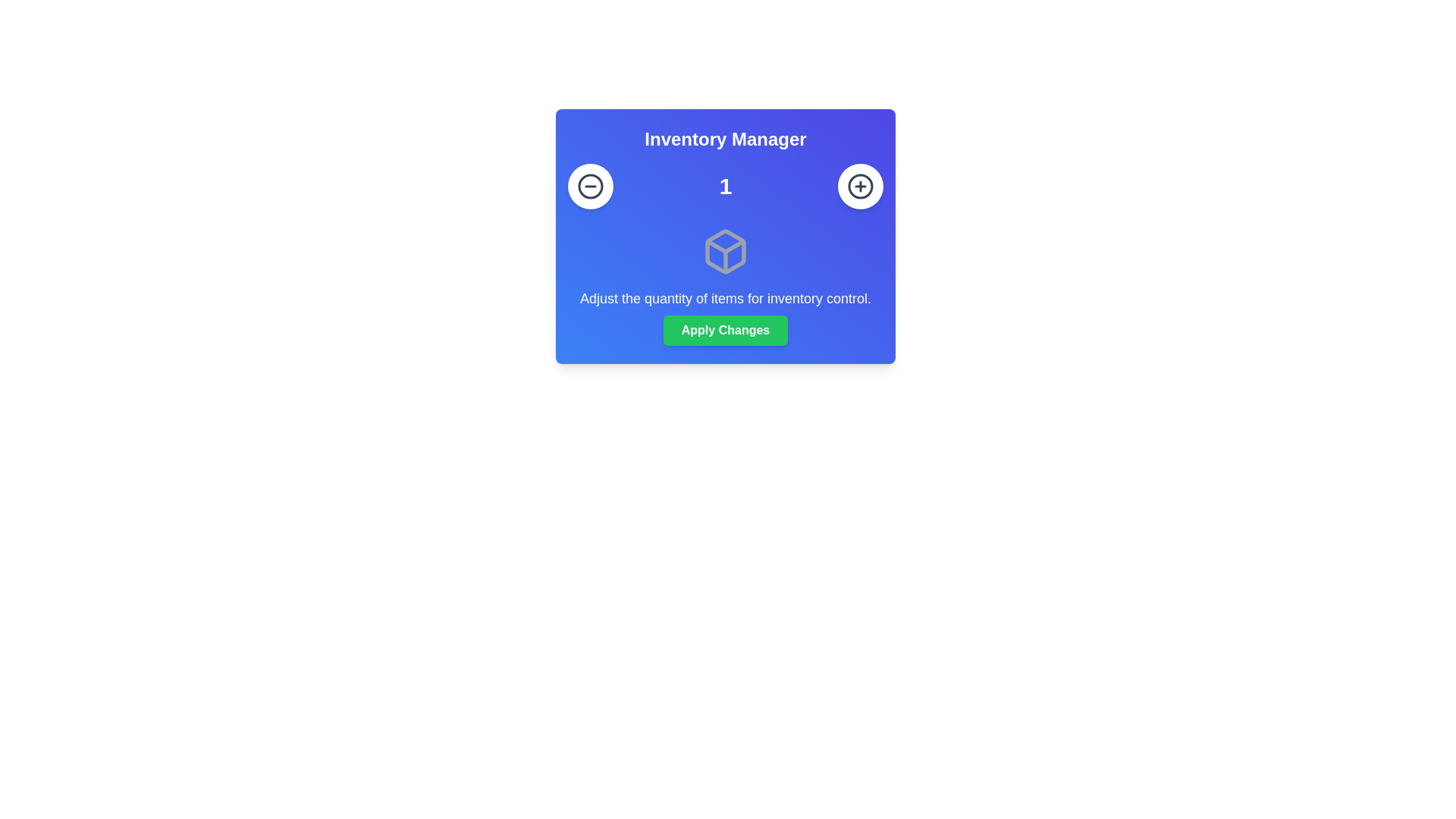 Image resolution: width=1456 pixels, height=819 pixels. Describe the element at coordinates (724, 245) in the screenshot. I see `the decorative shape within the SVG graphic, which enhances the visual hierarchy and style of the interface, located centrally below the numeric display and above the descriptive text` at that location.